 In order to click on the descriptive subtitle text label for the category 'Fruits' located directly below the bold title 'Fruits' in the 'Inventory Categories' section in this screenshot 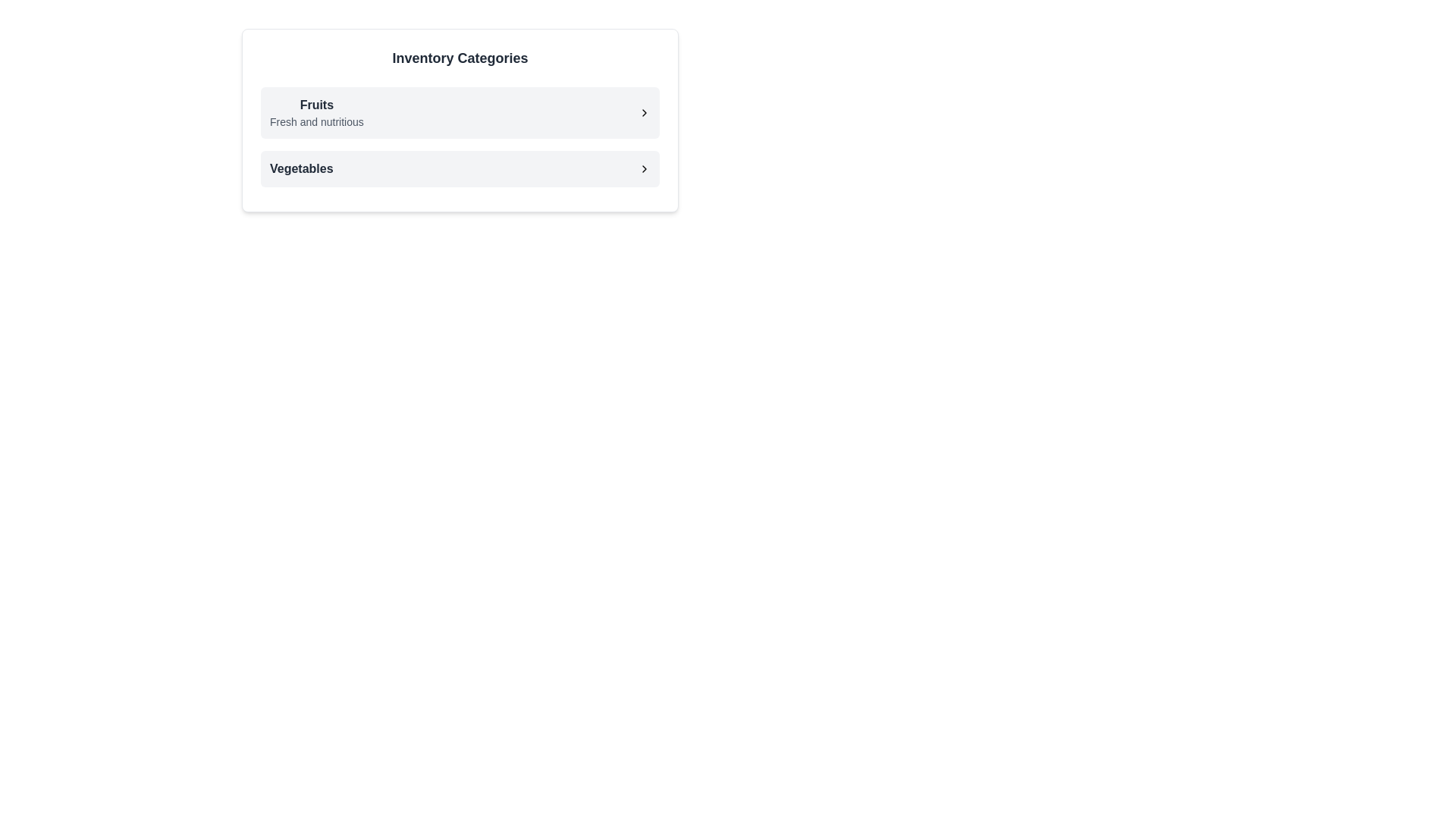, I will do `click(315, 121)`.